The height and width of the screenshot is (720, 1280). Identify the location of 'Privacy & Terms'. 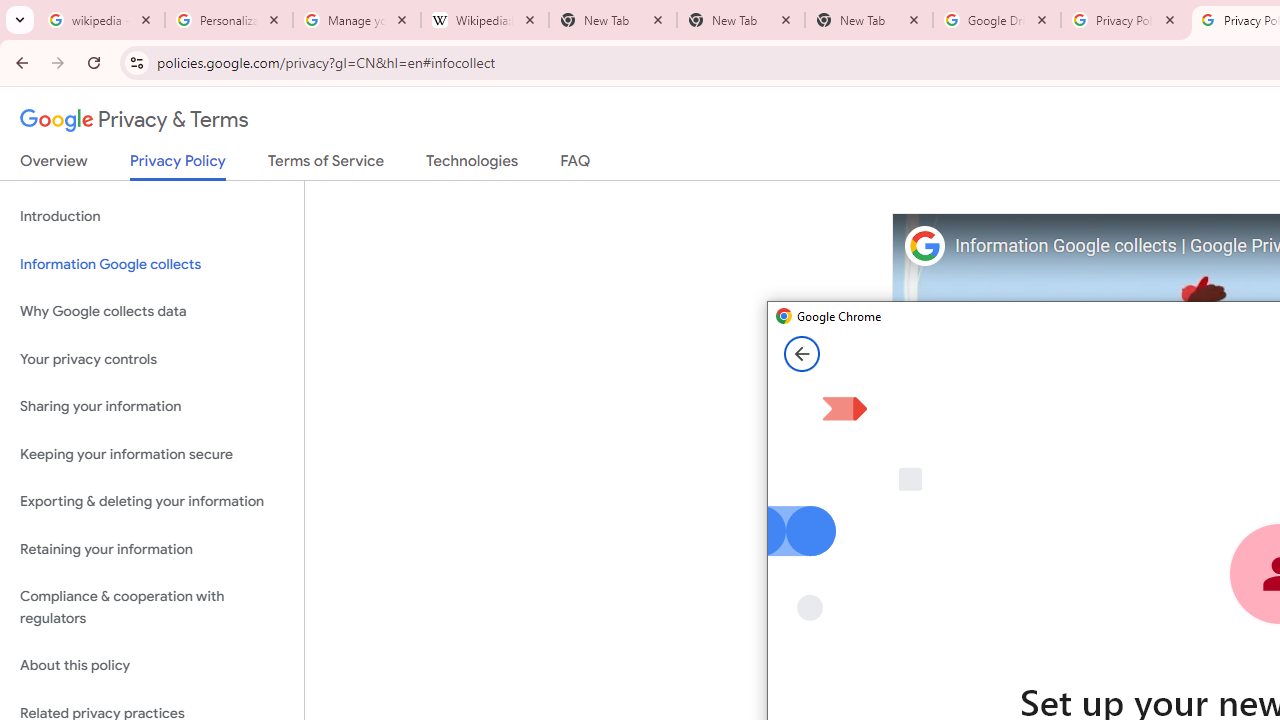
(134, 120).